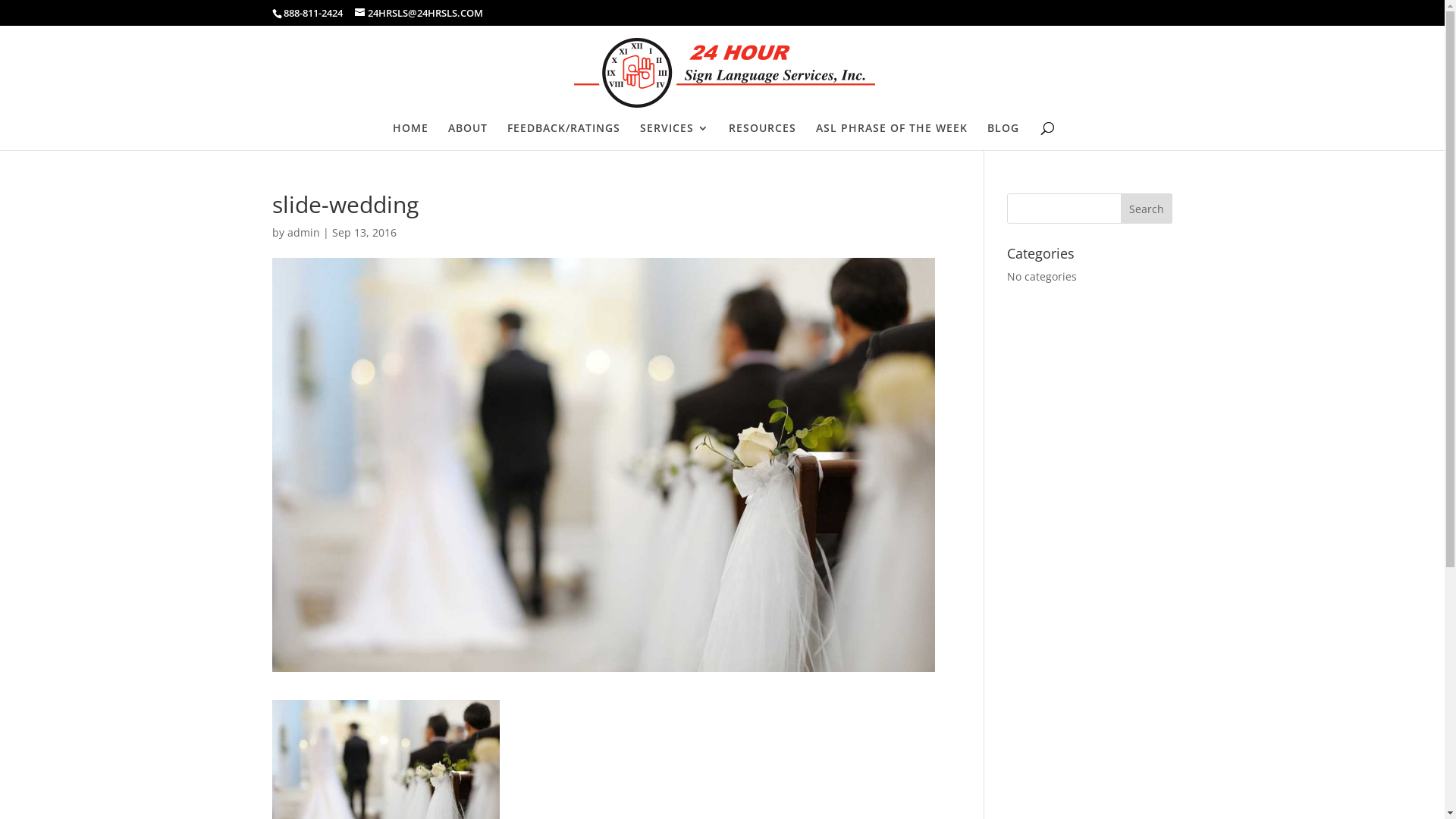 This screenshot has height=819, width=1456. What do you see at coordinates (410, 136) in the screenshot?
I see `'HOME'` at bounding box center [410, 136].